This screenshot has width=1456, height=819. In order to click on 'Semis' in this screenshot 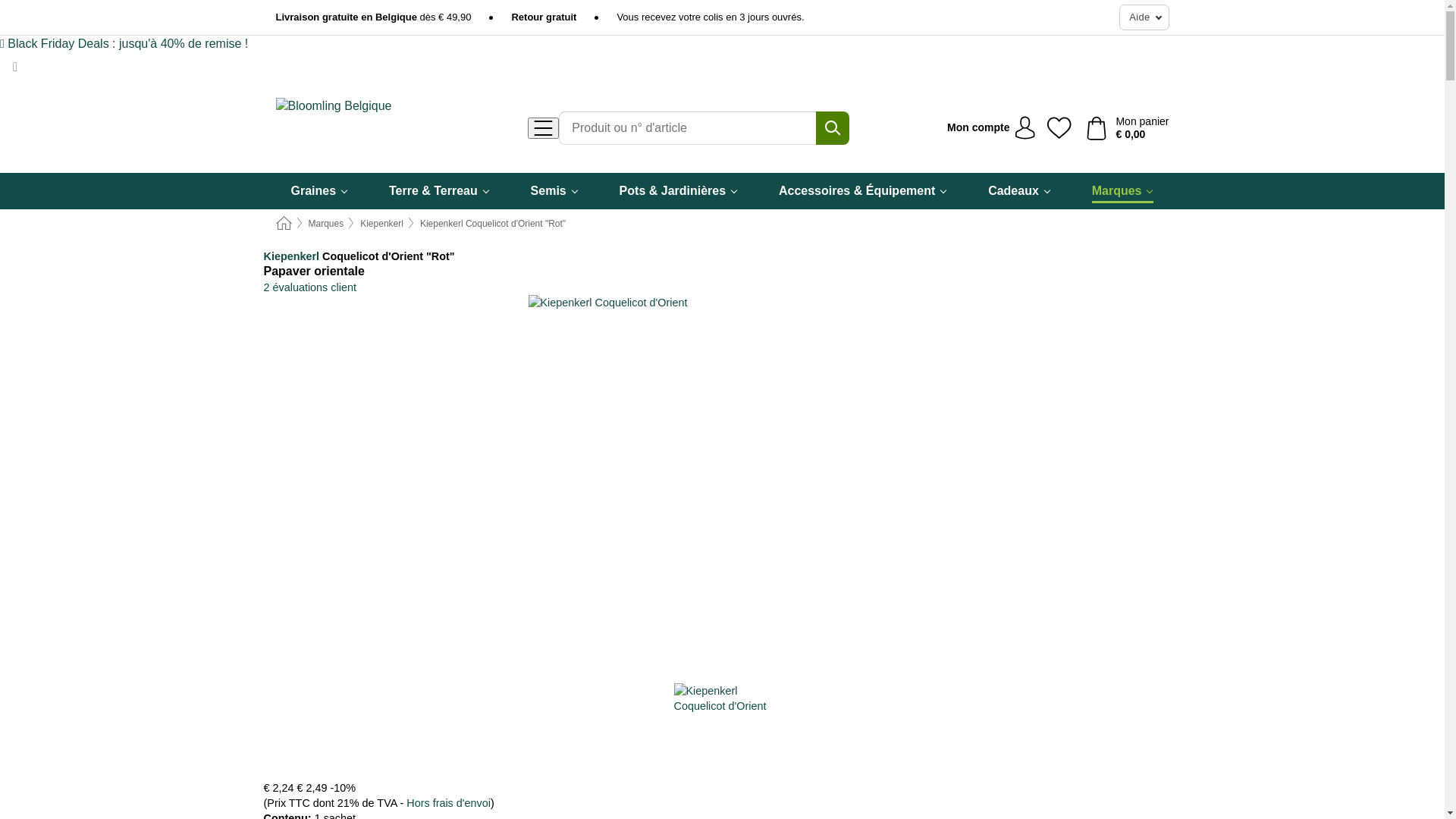, I will do `click(531, 190)`.